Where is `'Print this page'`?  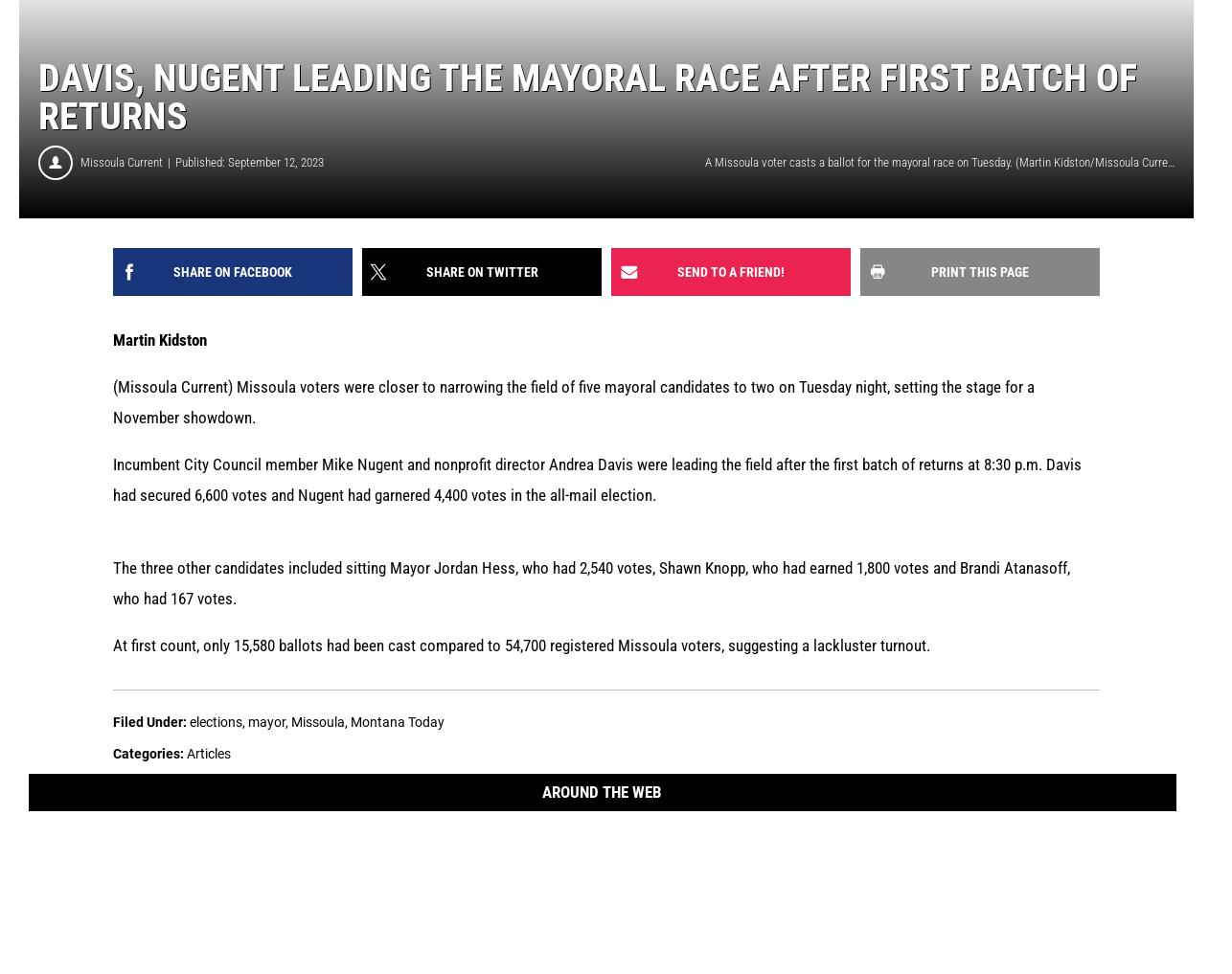 'Print this page' is located at coordinates (979, 270).